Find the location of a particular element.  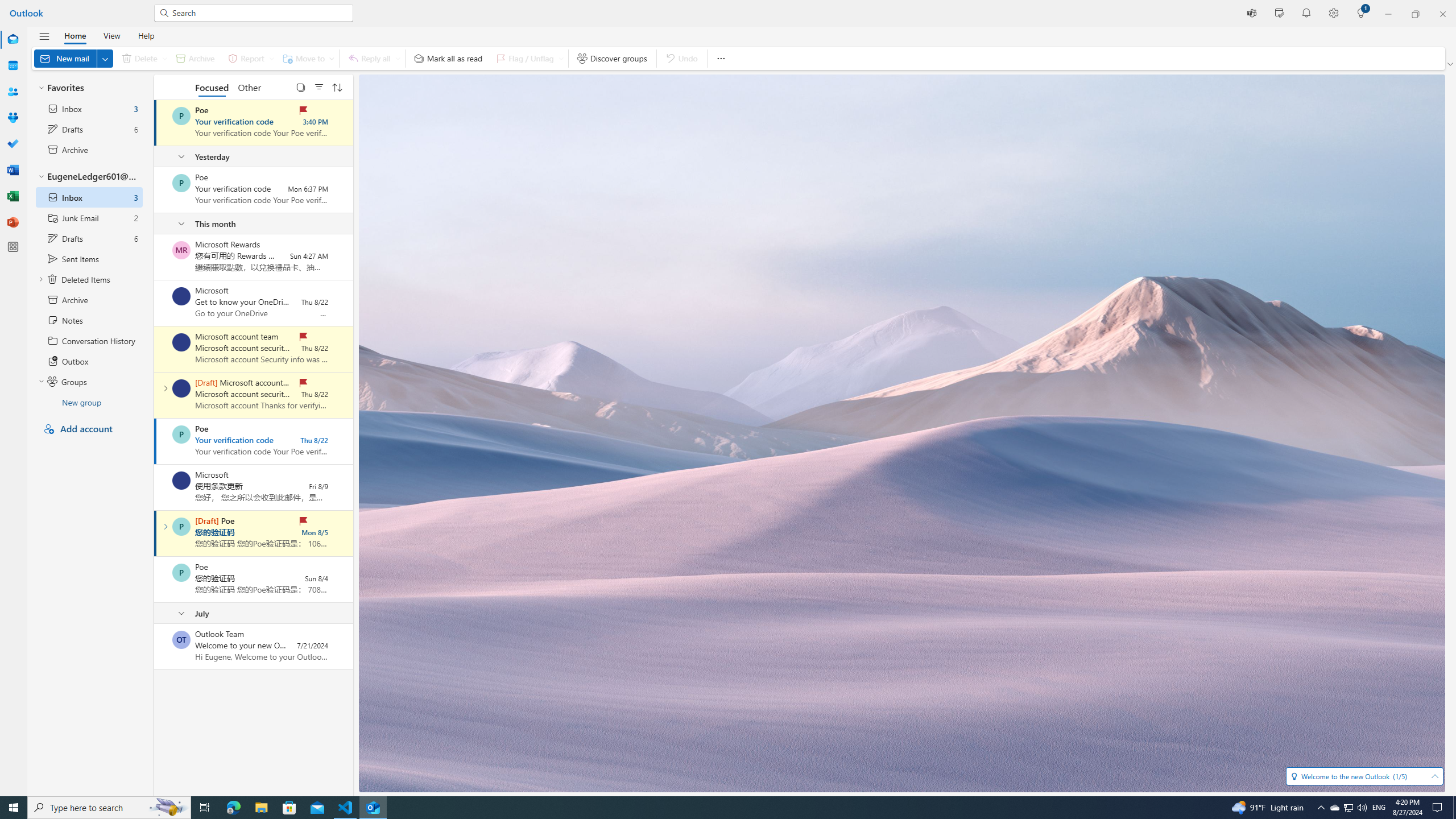

'System' is located at coordinates (6, 5).